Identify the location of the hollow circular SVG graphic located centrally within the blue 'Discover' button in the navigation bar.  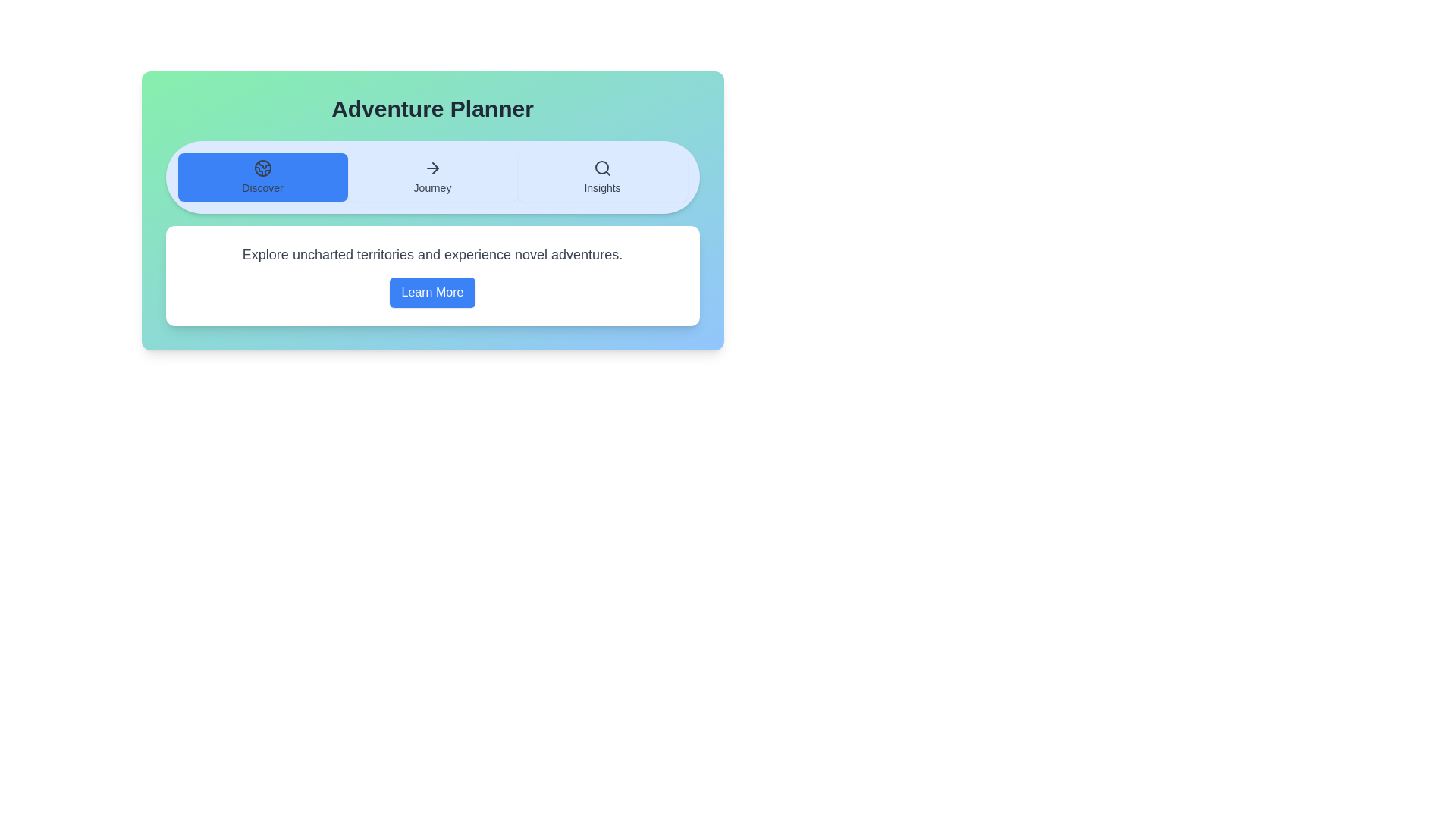
(262, 168).